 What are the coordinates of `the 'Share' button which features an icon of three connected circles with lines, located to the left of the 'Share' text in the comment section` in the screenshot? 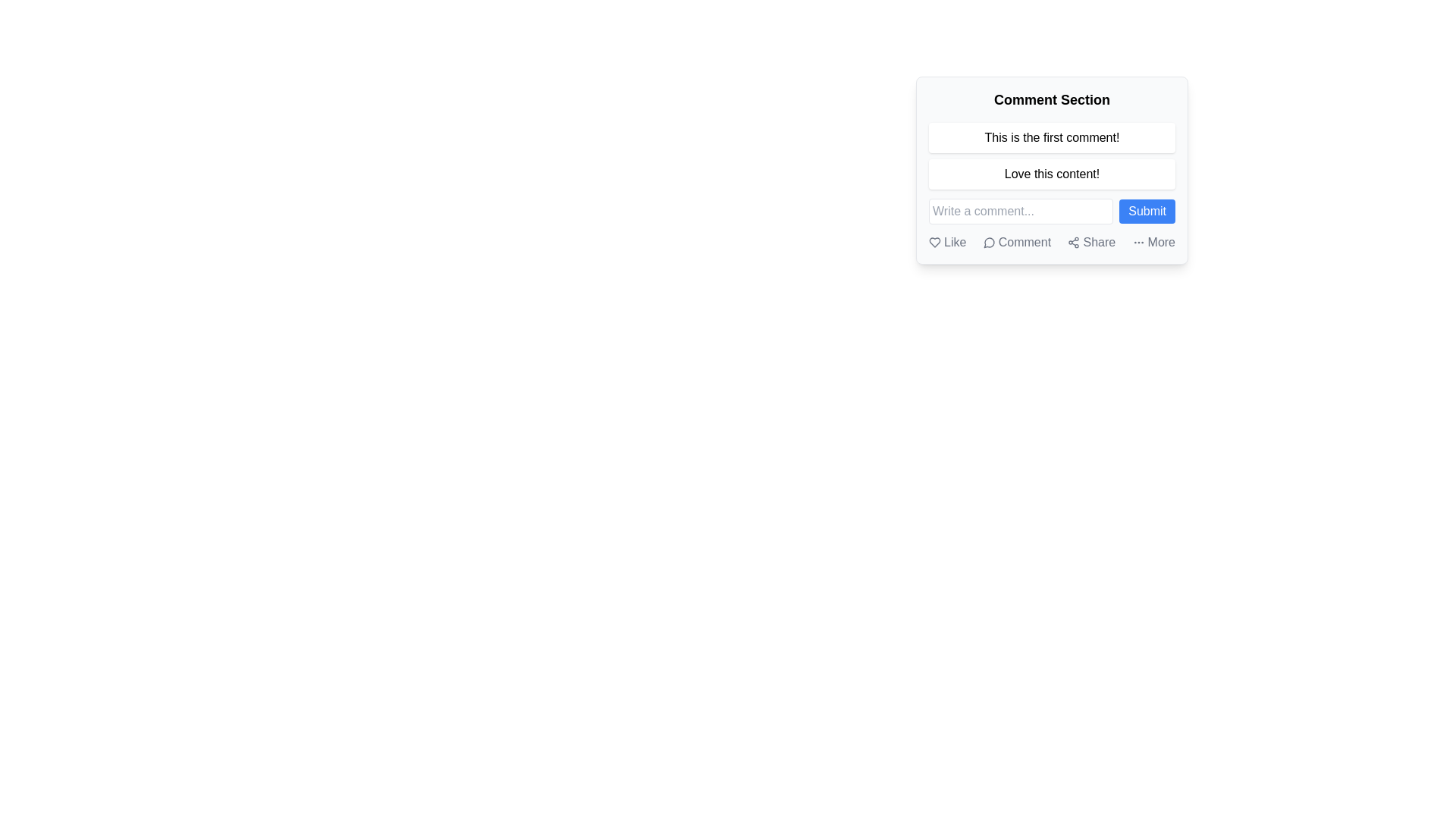 It's located at (1073, 242).